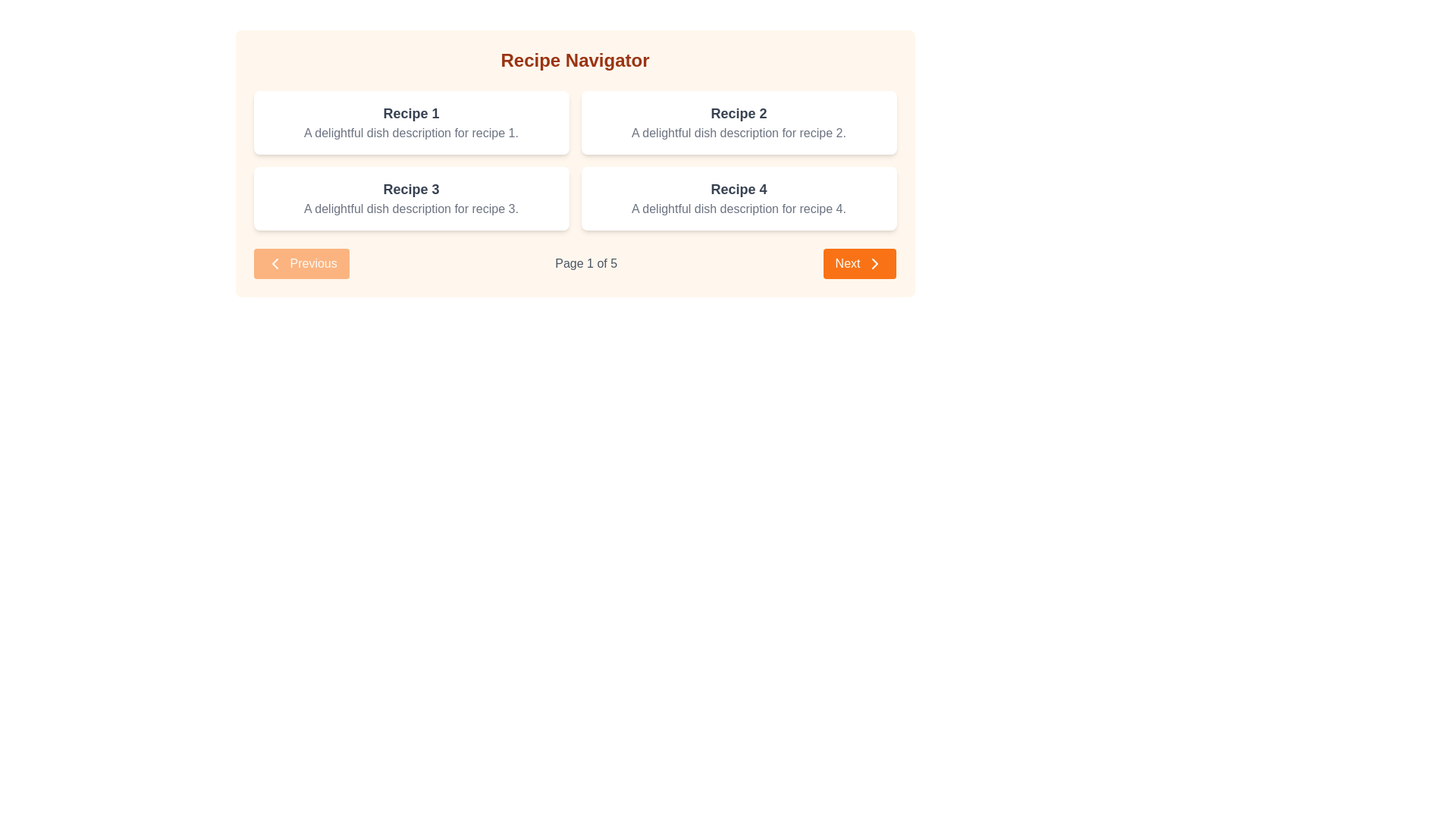 This screenshot has height=819, width=1456. Describe the element at coordinates (411, 122) in the screenshot. I see `the first recipe display card located in the top-left corner of the grid layout` at that location.